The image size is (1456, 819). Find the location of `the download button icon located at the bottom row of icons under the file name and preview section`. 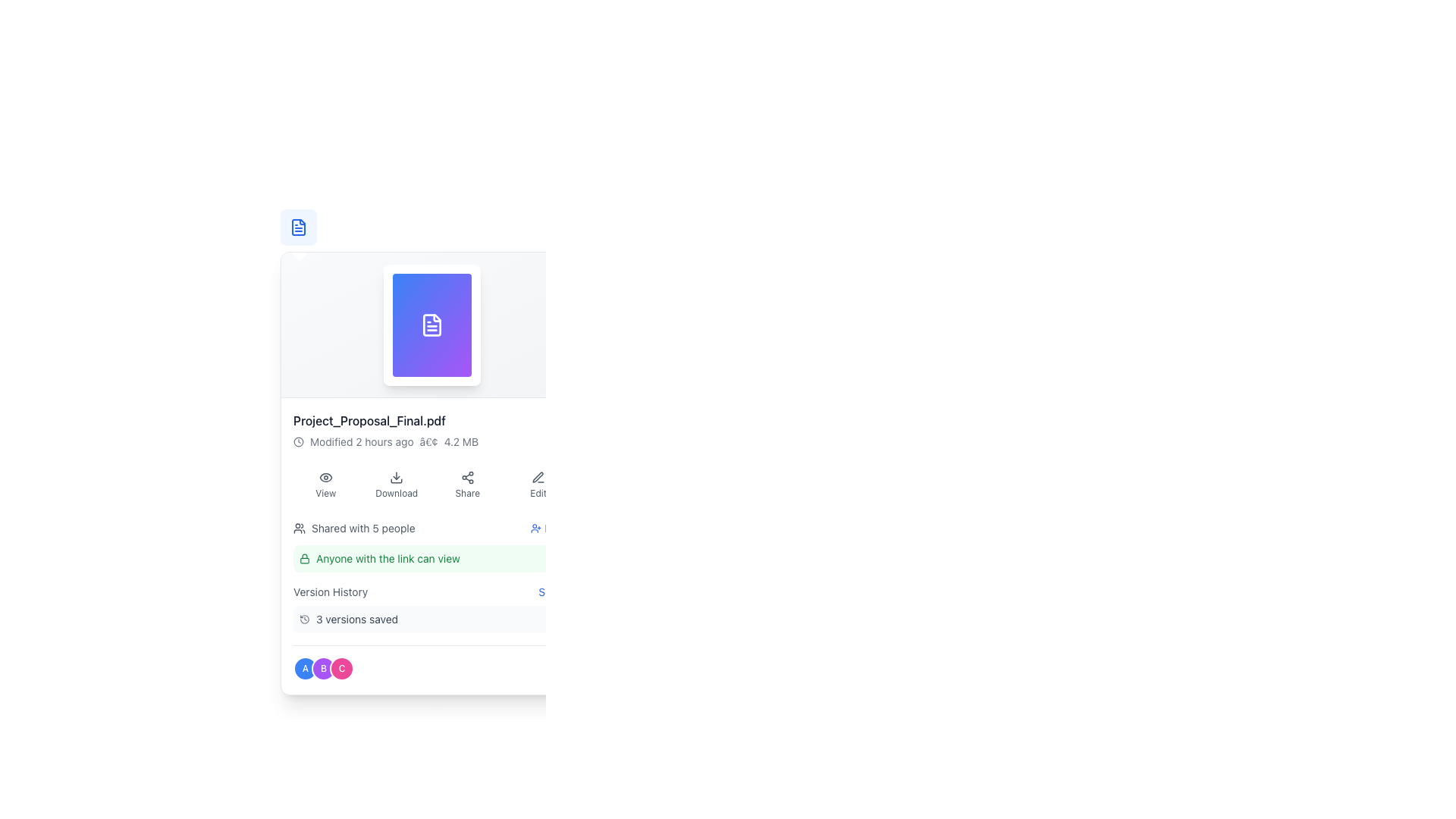

the download button icon located at the bottom row of icons under the file name and preview section is located at coordinates (397, 476).